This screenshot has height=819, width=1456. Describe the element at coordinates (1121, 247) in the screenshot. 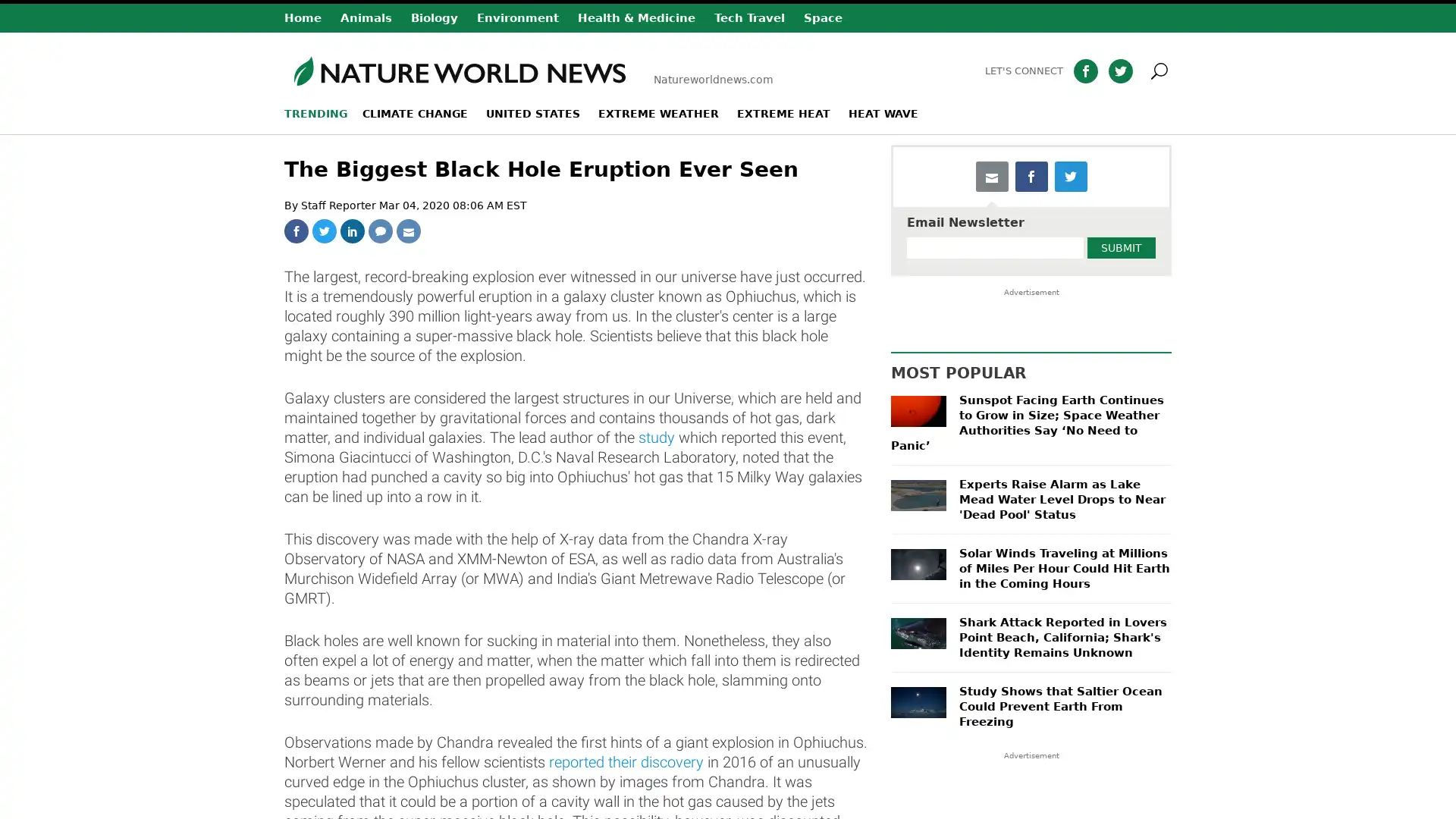

I see `Submit` at that location.